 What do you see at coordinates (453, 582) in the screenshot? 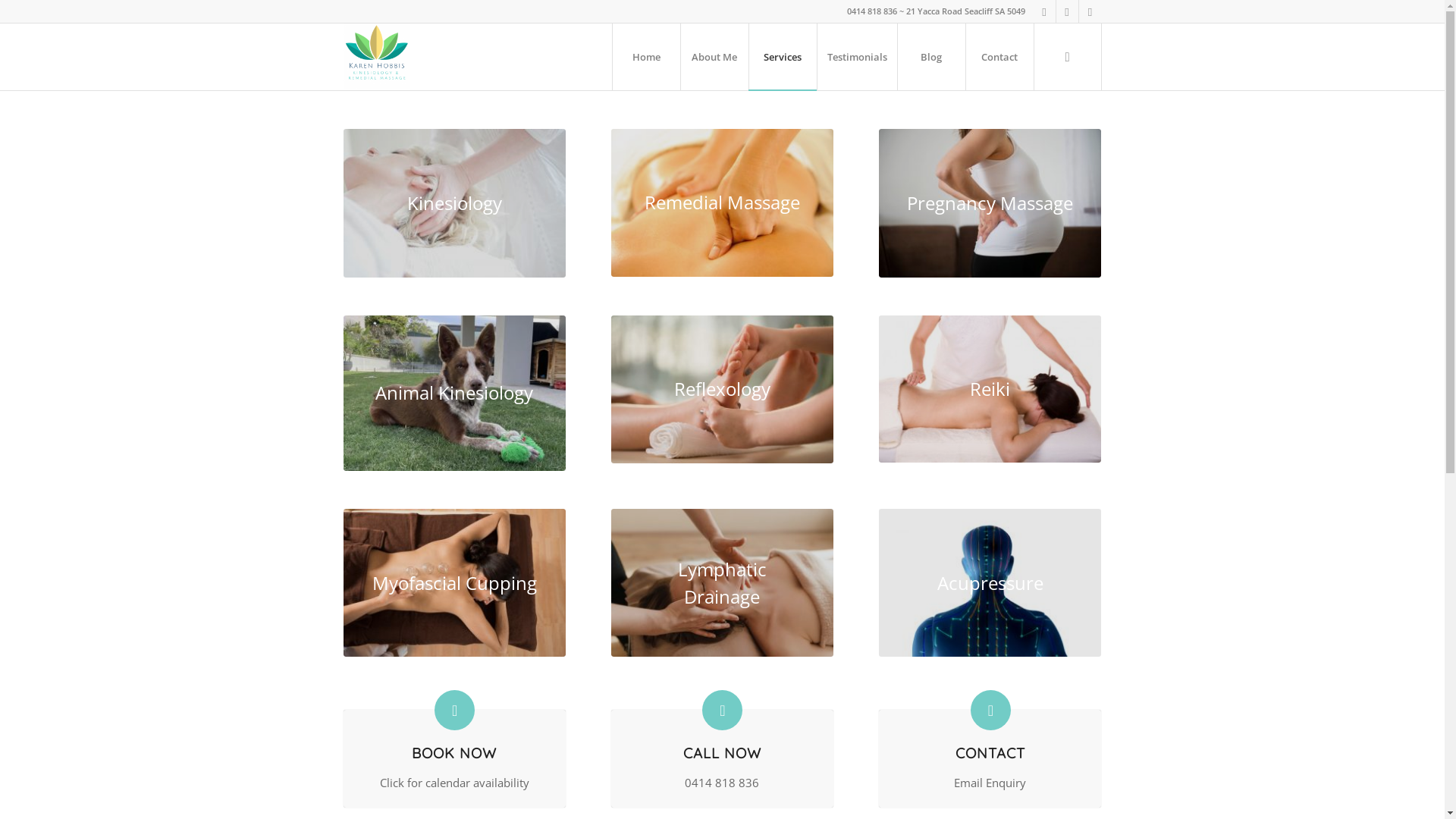
I see `'Myofascial Cupping'` at bounding box center [453, 582].